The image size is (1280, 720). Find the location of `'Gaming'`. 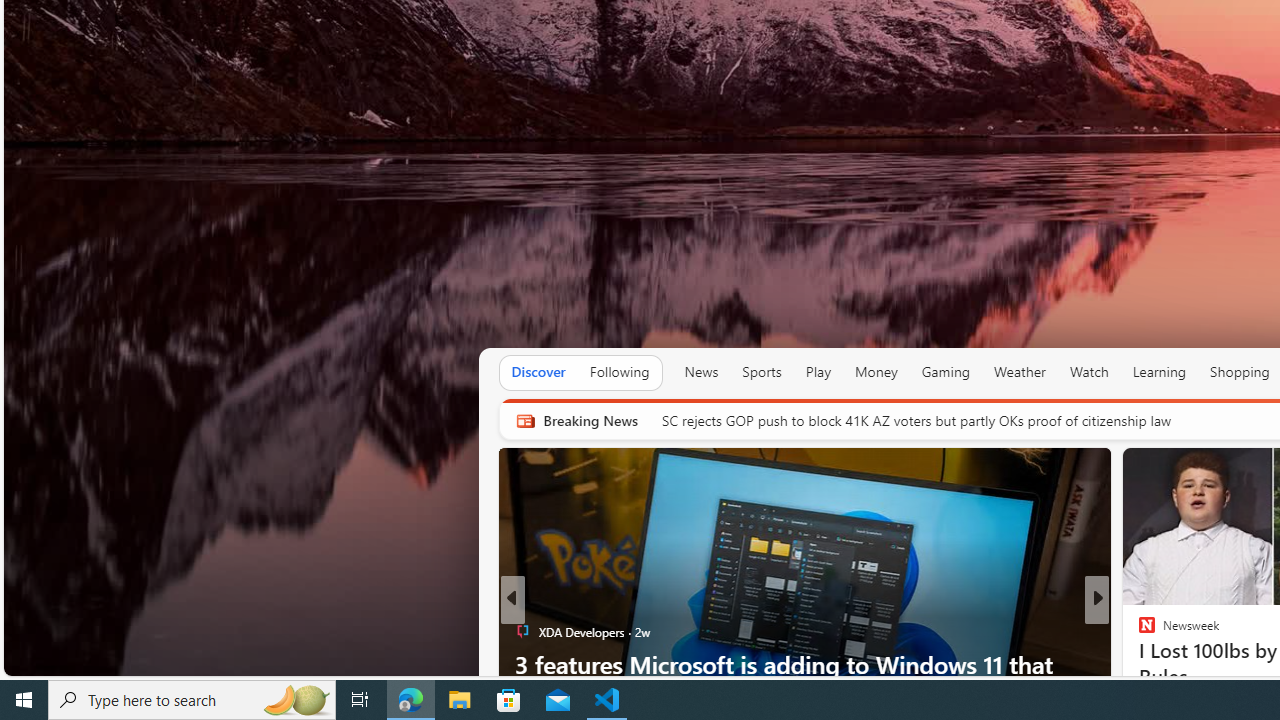

'Gaming' is located at coordinates (944, 371).